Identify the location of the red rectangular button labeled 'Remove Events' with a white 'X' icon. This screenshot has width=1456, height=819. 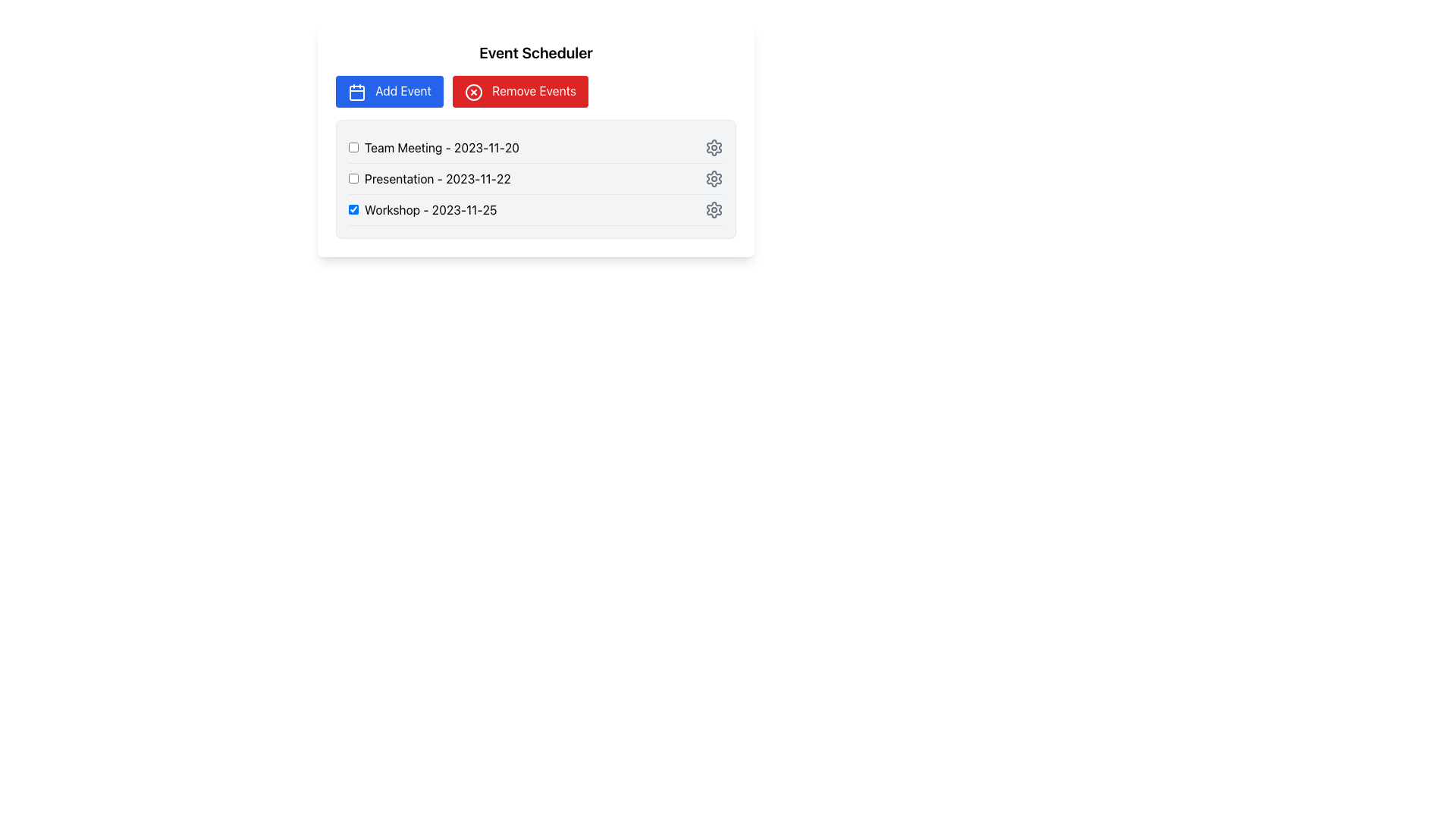
(520, 91).